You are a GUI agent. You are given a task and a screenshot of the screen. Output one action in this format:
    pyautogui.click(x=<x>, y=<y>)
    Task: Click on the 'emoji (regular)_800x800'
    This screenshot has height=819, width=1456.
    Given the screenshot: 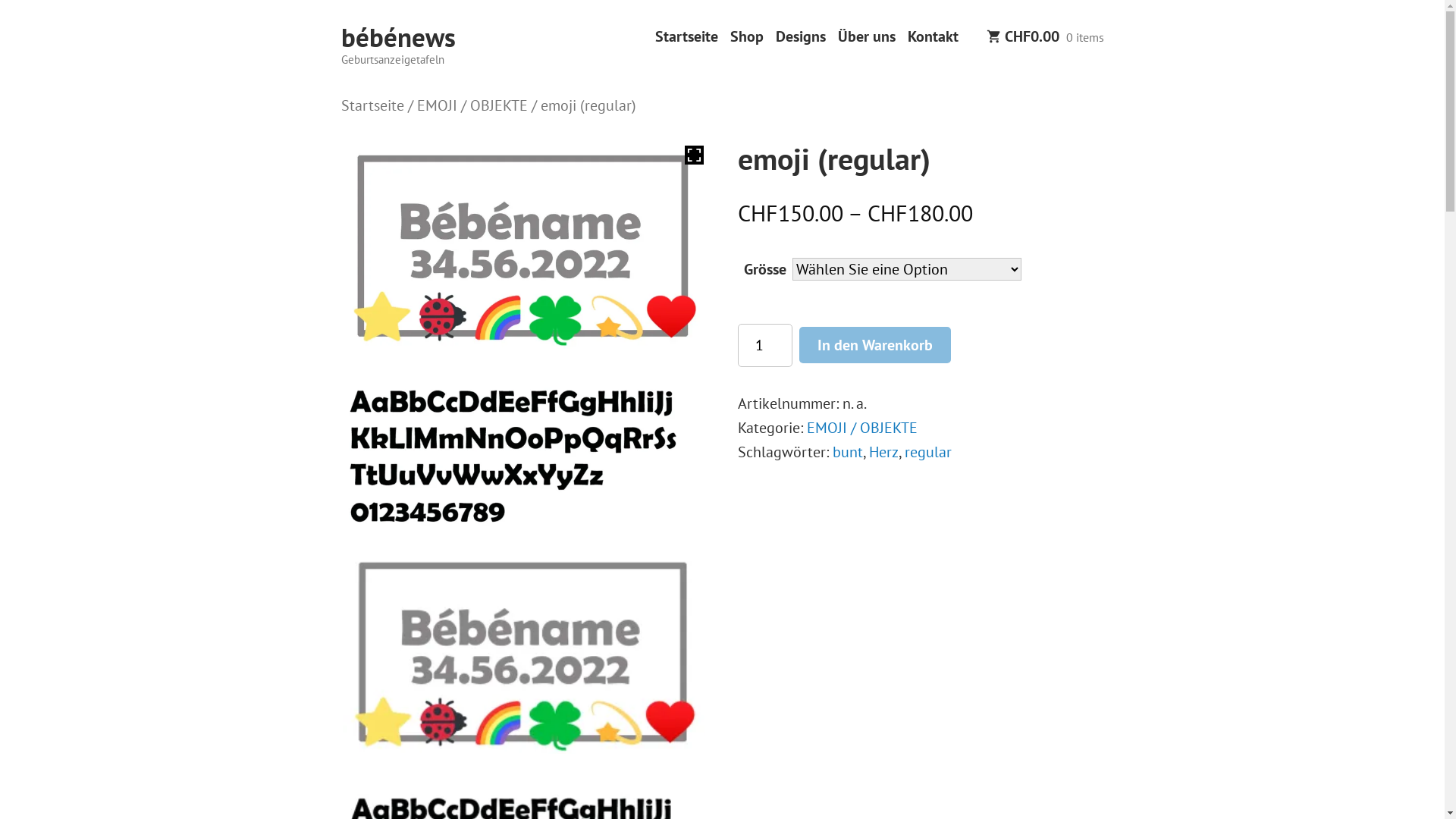 What is the action you would take?
    pyautogui.click(x=524, y=244)
    